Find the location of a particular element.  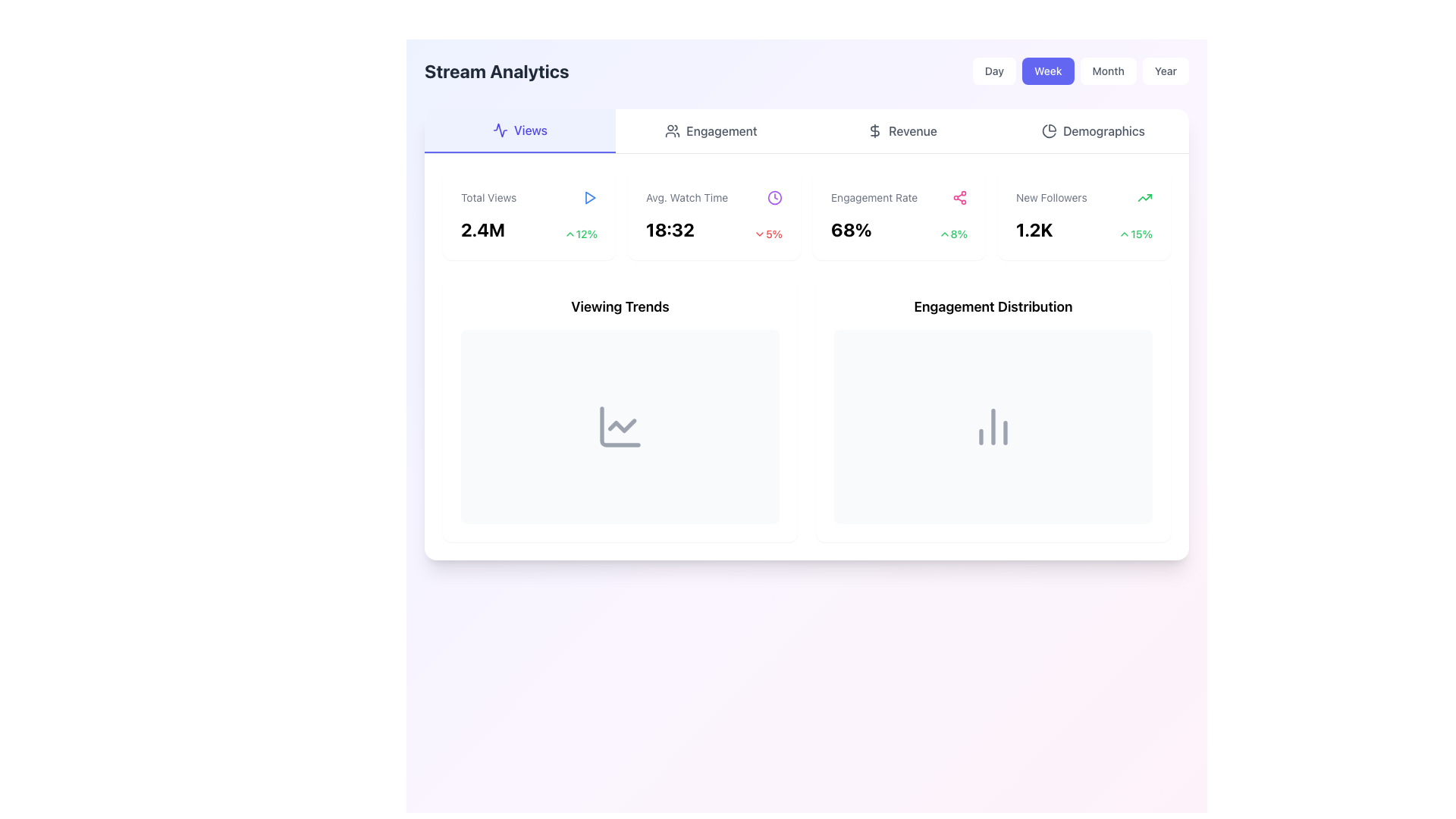

the 'Demographics' icon located in the top navigation bar, which visually identifies the demographics section is located at coordinates (1048, 130).